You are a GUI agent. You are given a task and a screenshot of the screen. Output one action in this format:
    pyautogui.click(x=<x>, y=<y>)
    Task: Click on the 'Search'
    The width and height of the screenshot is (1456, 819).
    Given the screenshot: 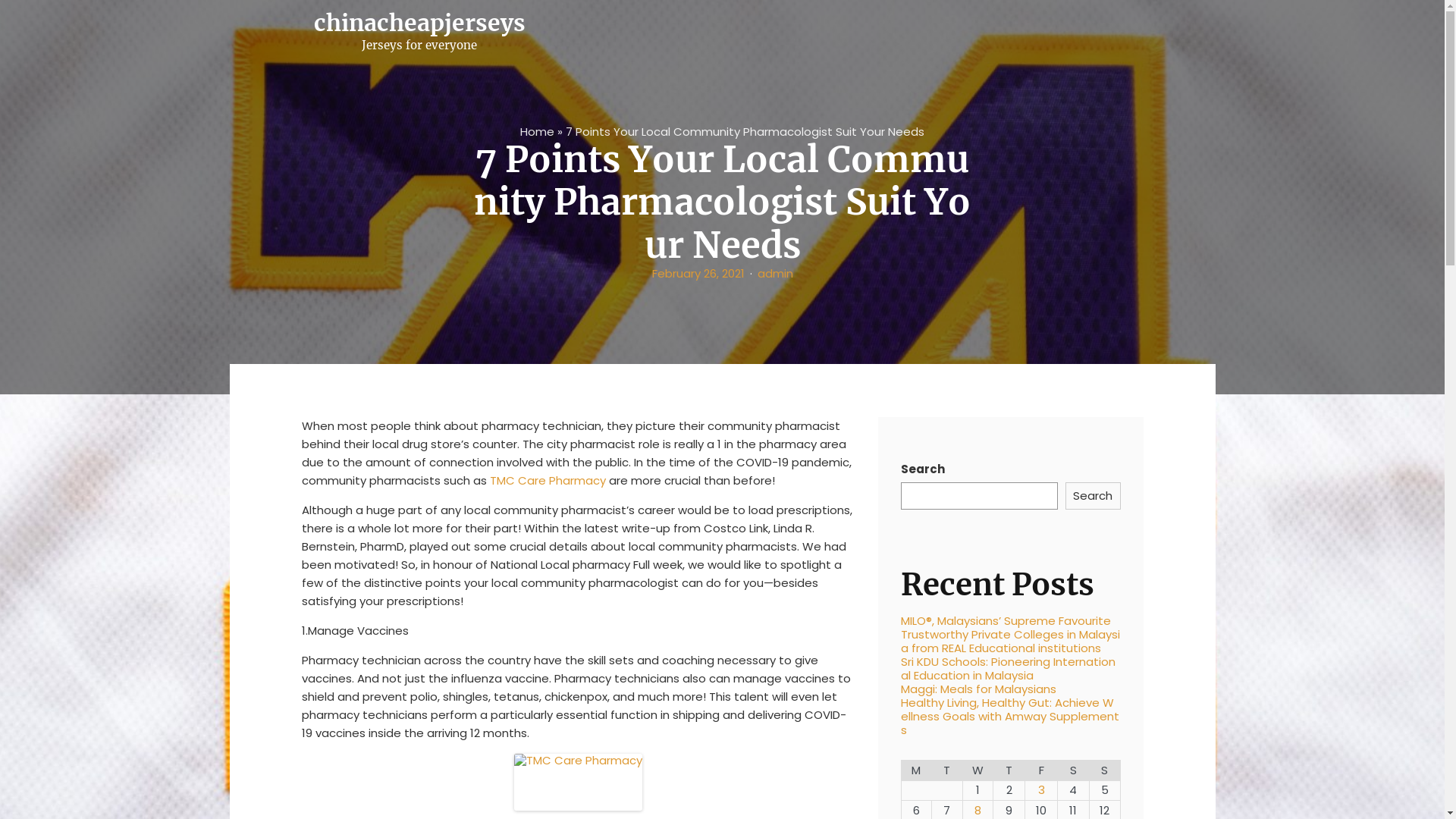 What is the action you would take?
    pyautogui.click(x=1093, y=496)
    